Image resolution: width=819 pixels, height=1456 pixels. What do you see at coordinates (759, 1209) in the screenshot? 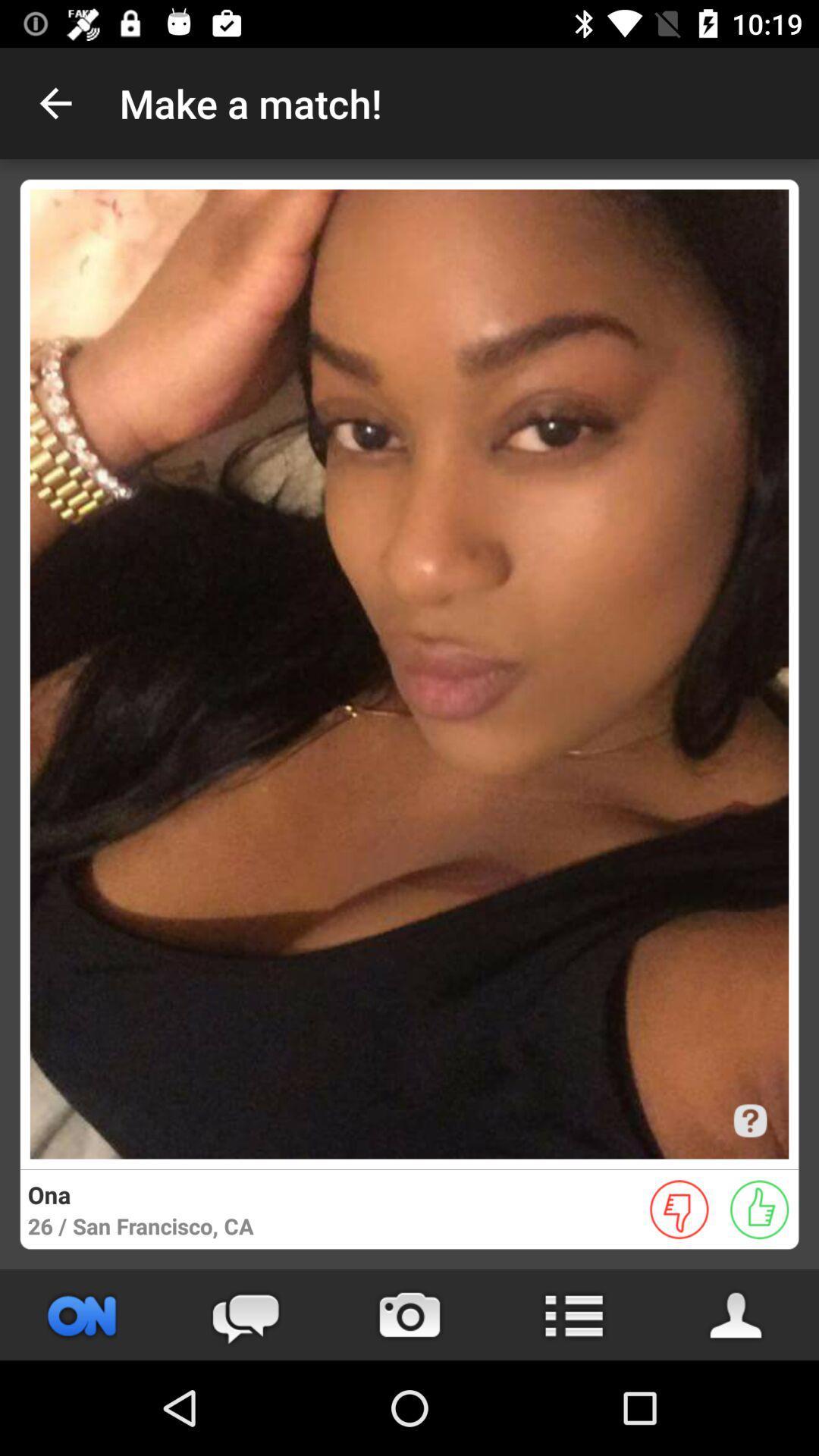
I see `the thumbs_up icon` at bounding box center [759, 1209].